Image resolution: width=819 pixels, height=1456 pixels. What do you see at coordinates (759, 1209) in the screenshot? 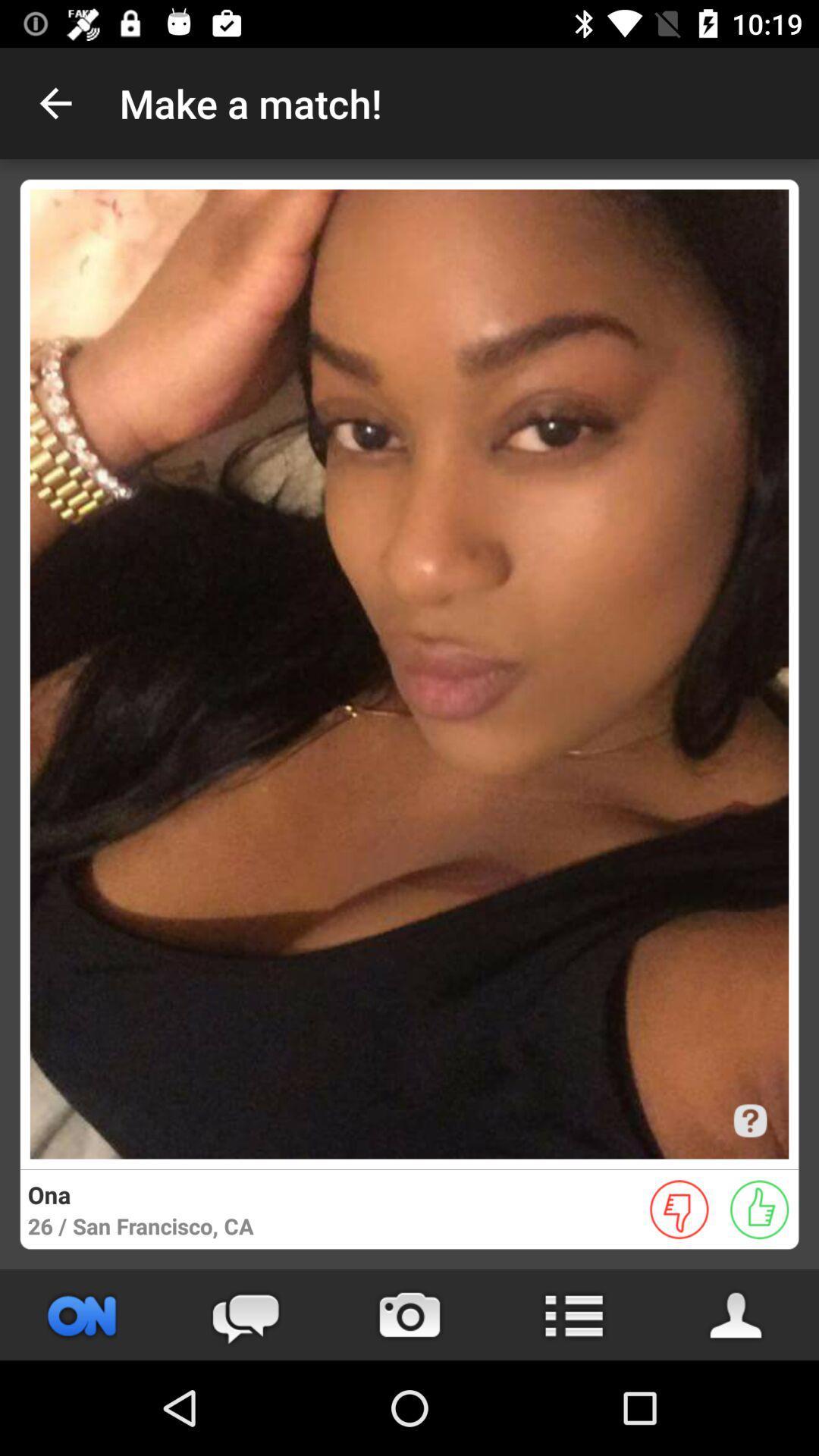
I see `the thumbs_up icon` at bounding box center [759, 1209].